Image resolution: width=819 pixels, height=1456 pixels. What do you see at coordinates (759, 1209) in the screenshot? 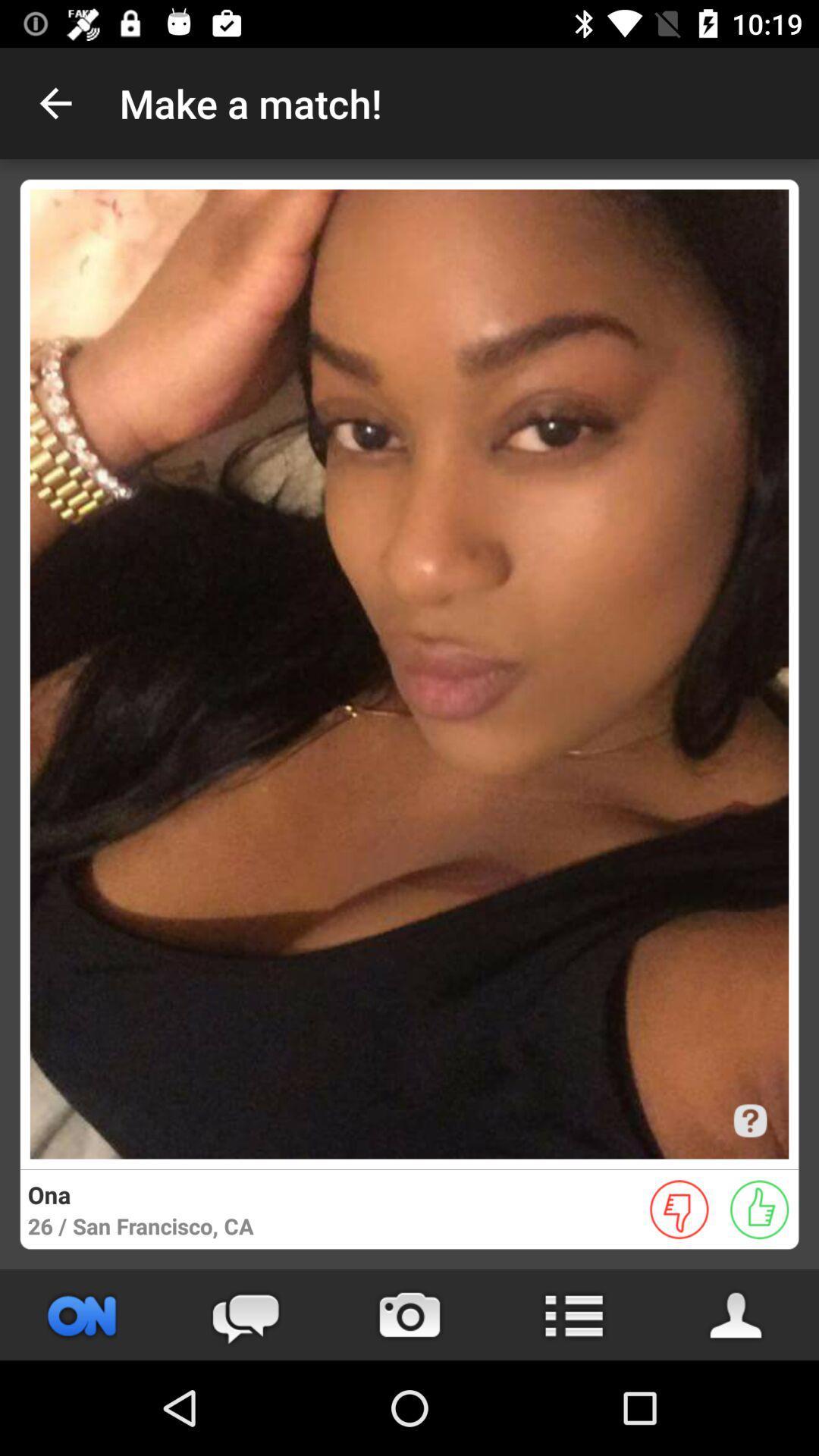
I see `the thumbs_up icon` at bounding box center [759, 1209].